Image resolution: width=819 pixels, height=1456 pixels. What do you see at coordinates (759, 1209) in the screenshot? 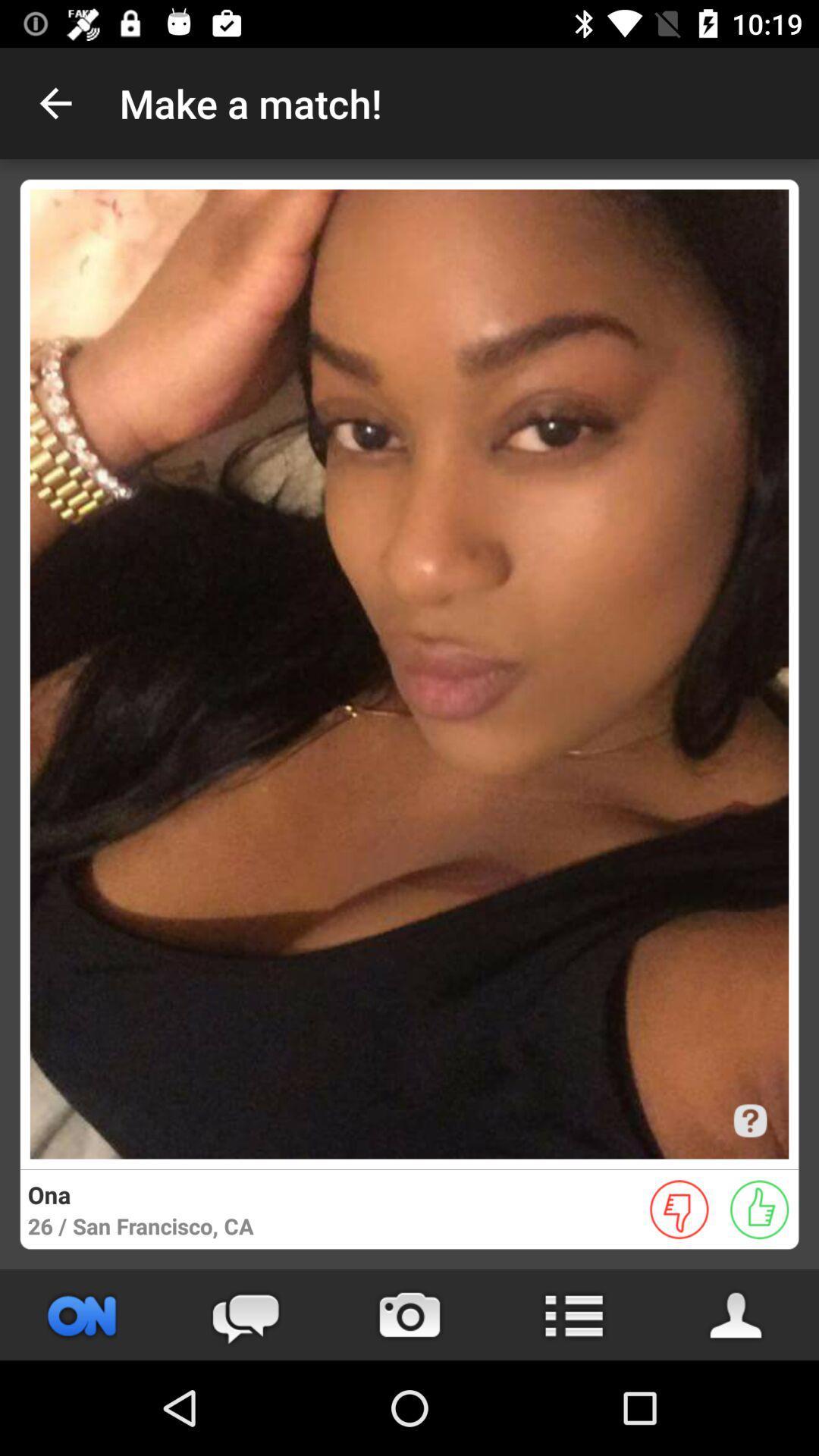
I see `the thumbs_up icon` at bounding box center [759, 1209].